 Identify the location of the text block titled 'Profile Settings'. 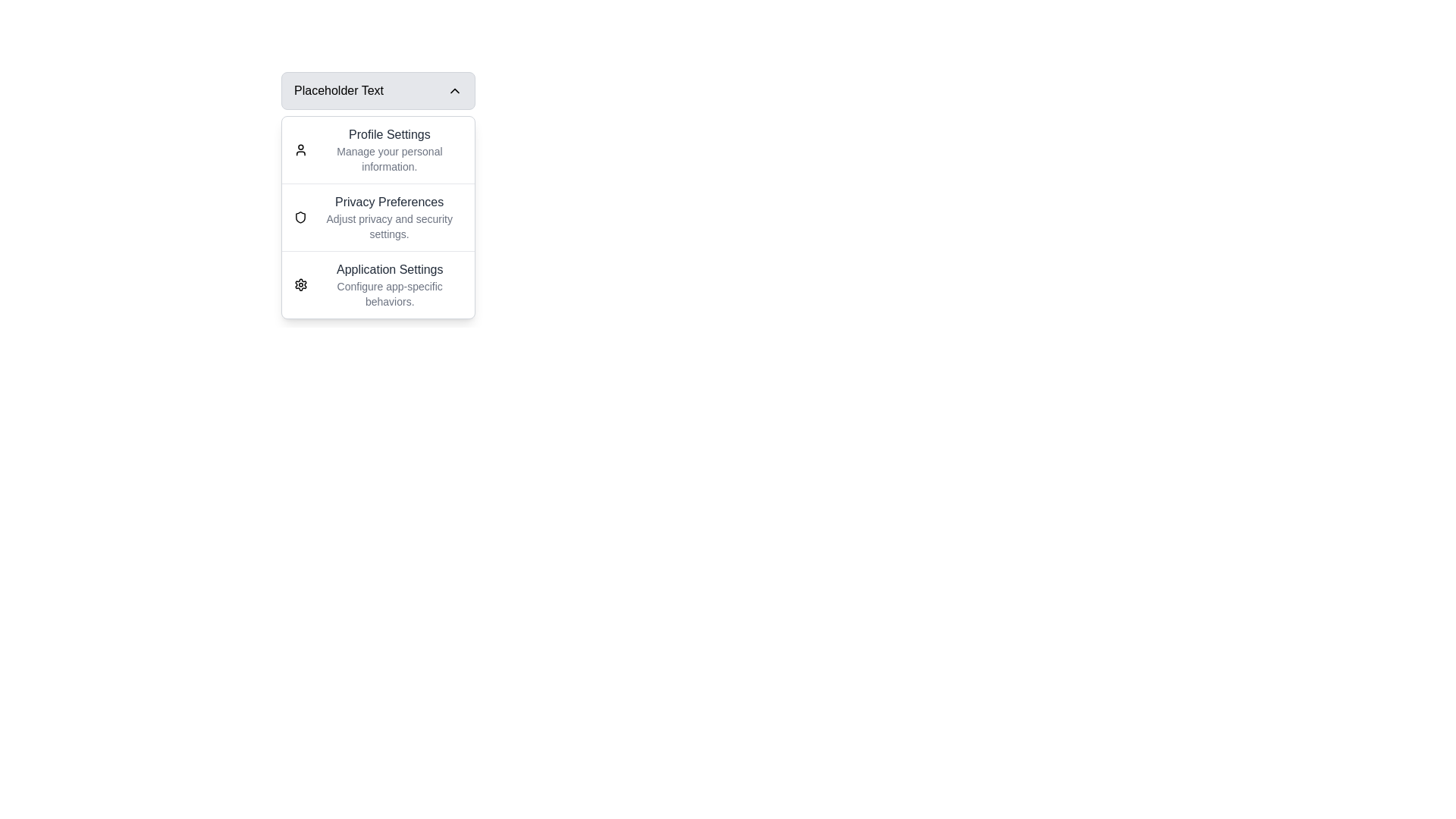
(389, 149).